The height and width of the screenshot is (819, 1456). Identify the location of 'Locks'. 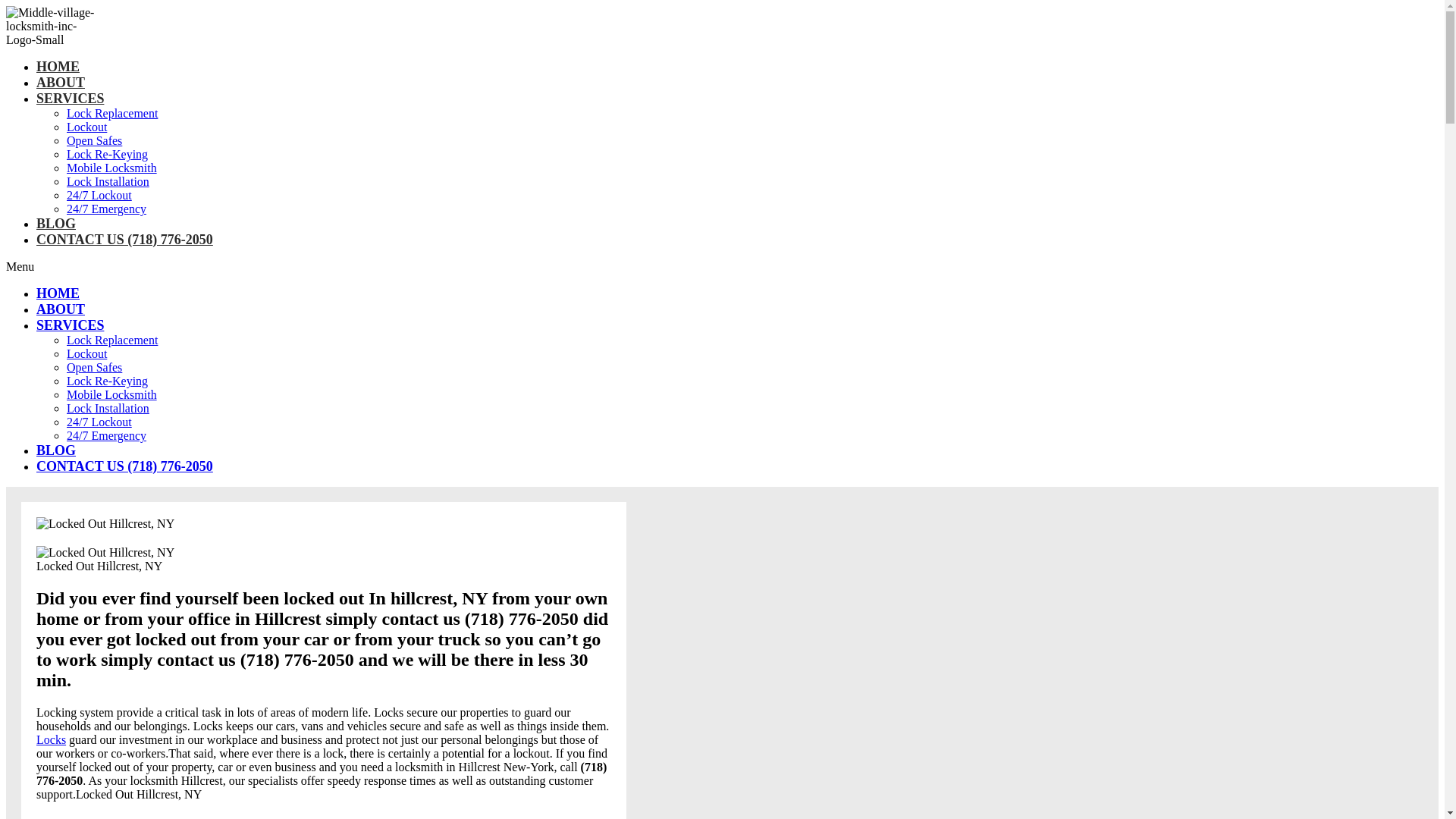
(51, 739).